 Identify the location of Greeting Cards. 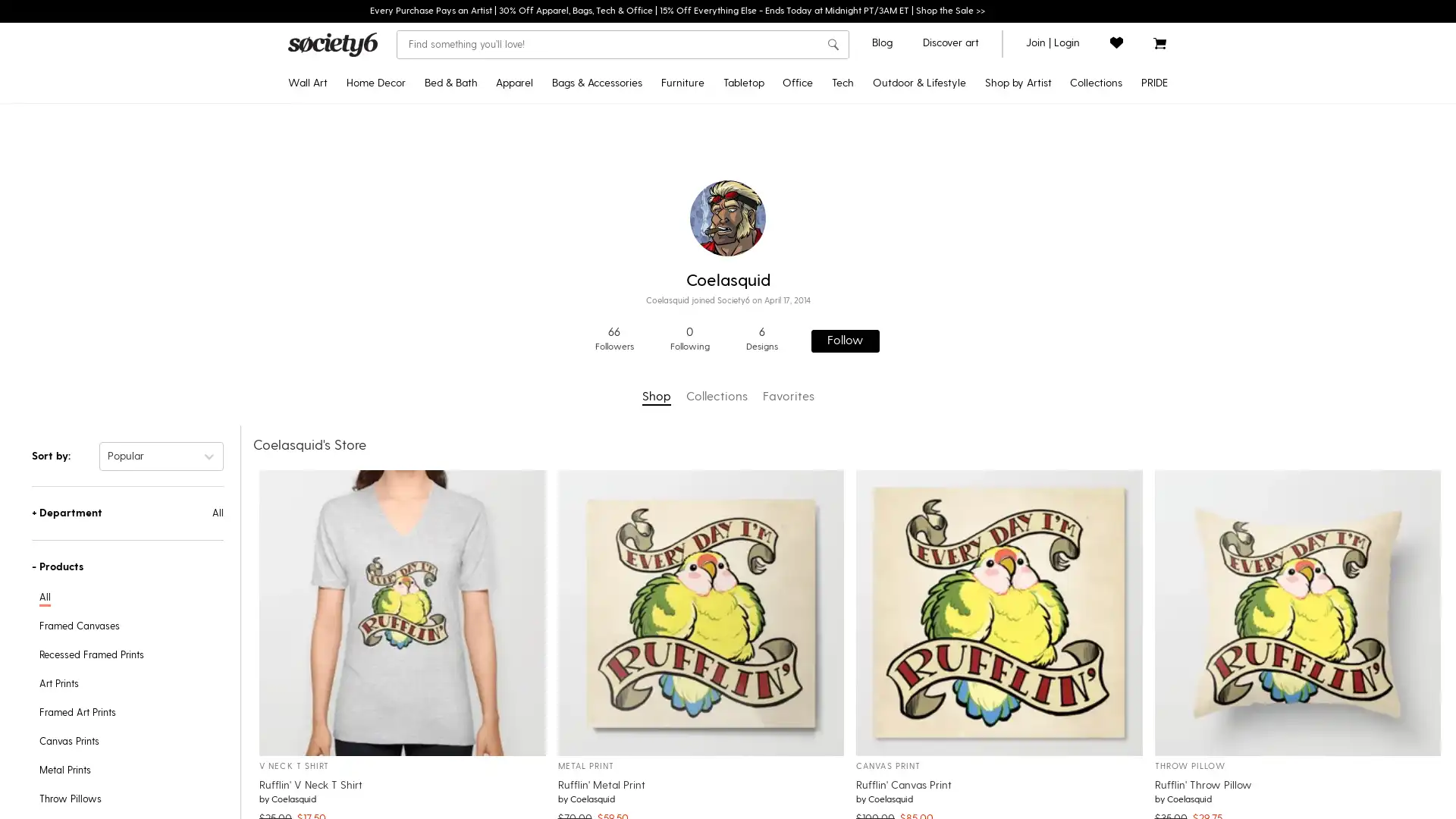
(835, 342).